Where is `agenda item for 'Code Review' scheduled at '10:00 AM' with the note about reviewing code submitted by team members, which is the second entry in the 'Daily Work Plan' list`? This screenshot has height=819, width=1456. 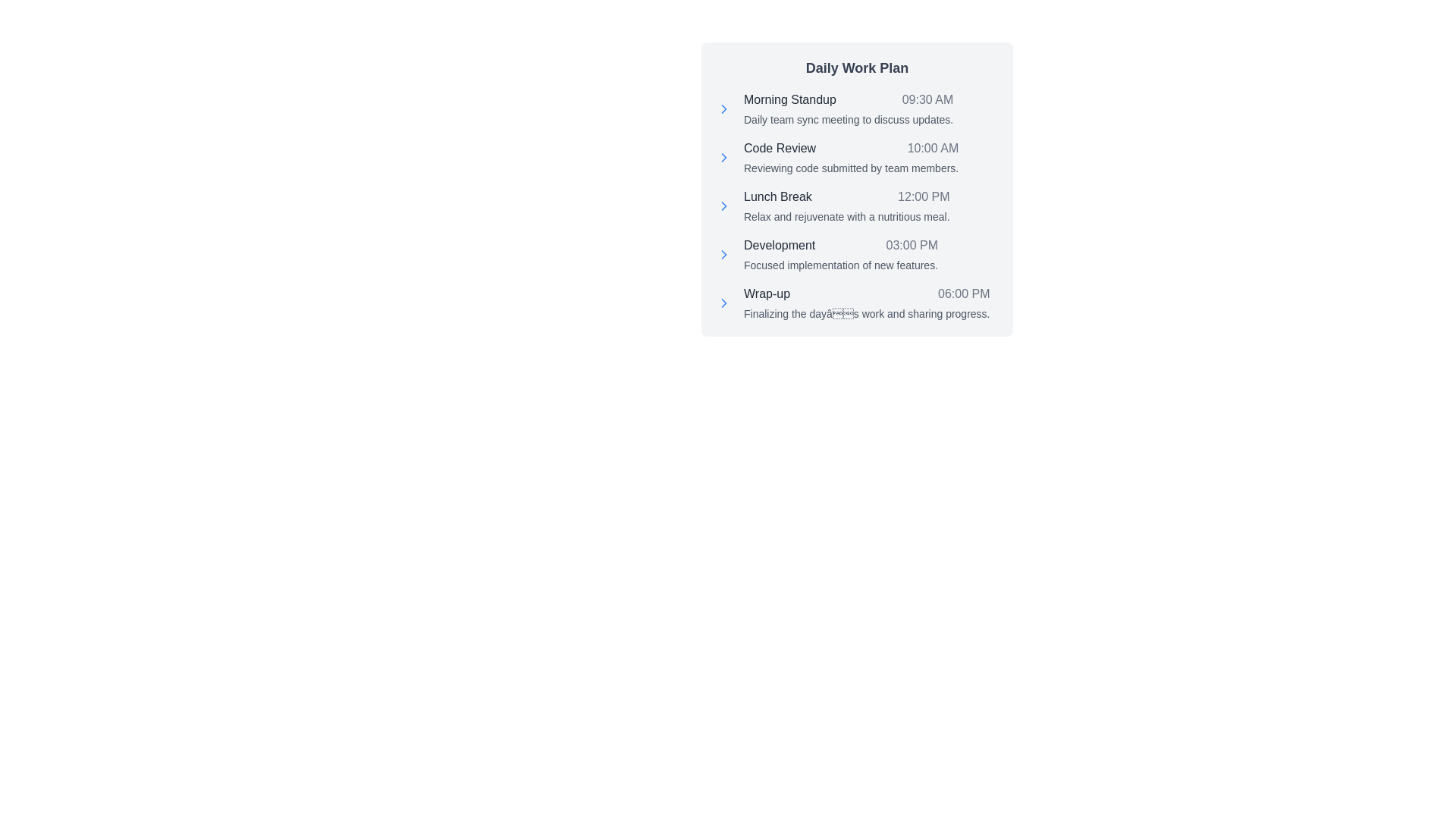
agenda item for 'Code Review' scheduled at '10:00 AM' with the note about reviewing code submitted by team members, which is the second entry in the 'Daily Work Plan' list is located at coordinates (857, 158).